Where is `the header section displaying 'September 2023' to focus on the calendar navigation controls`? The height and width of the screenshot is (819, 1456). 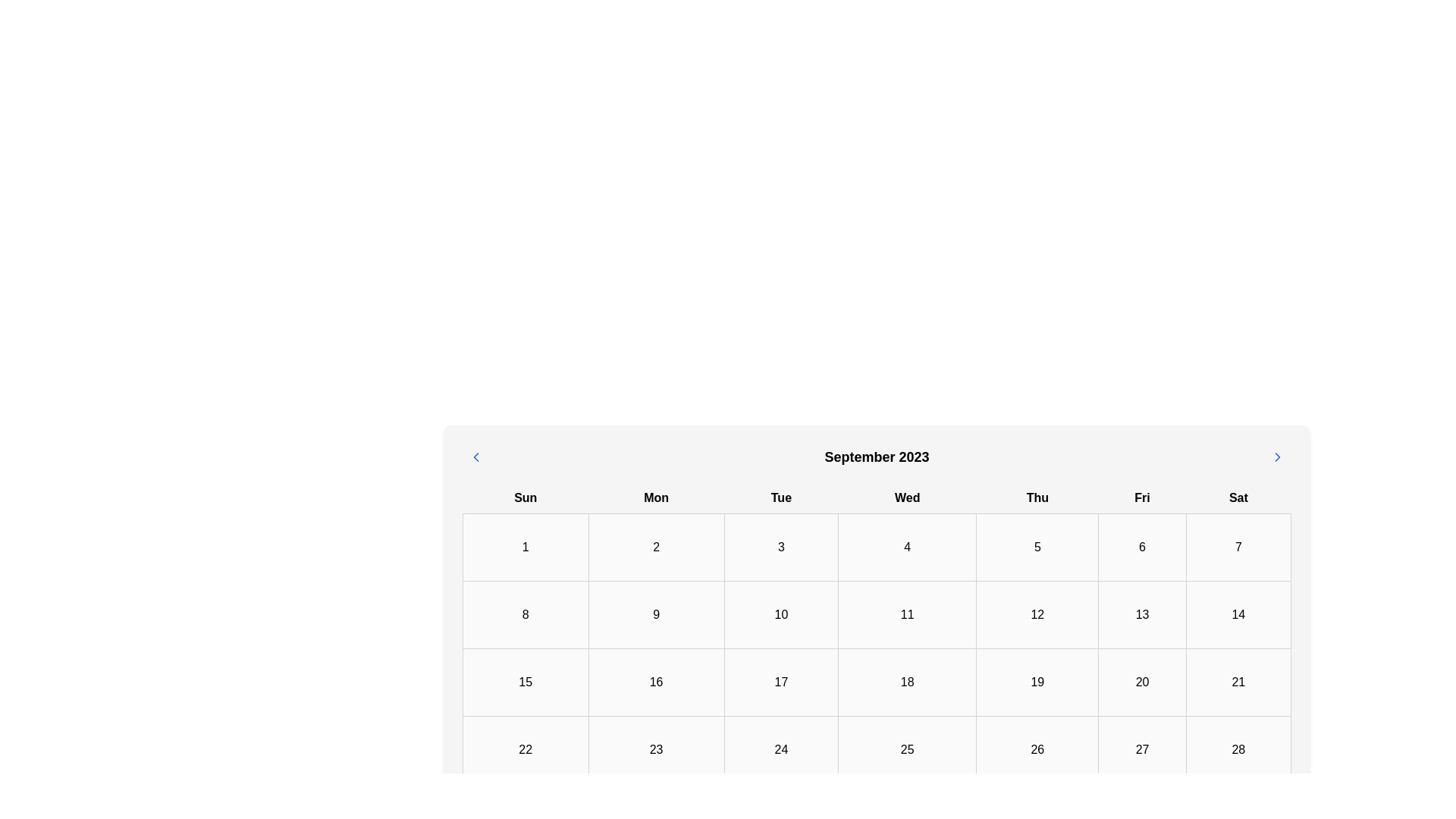 the header section displaying 'September 2023' to focus on the calendar navigation controls is located at coordinates (877, 456).